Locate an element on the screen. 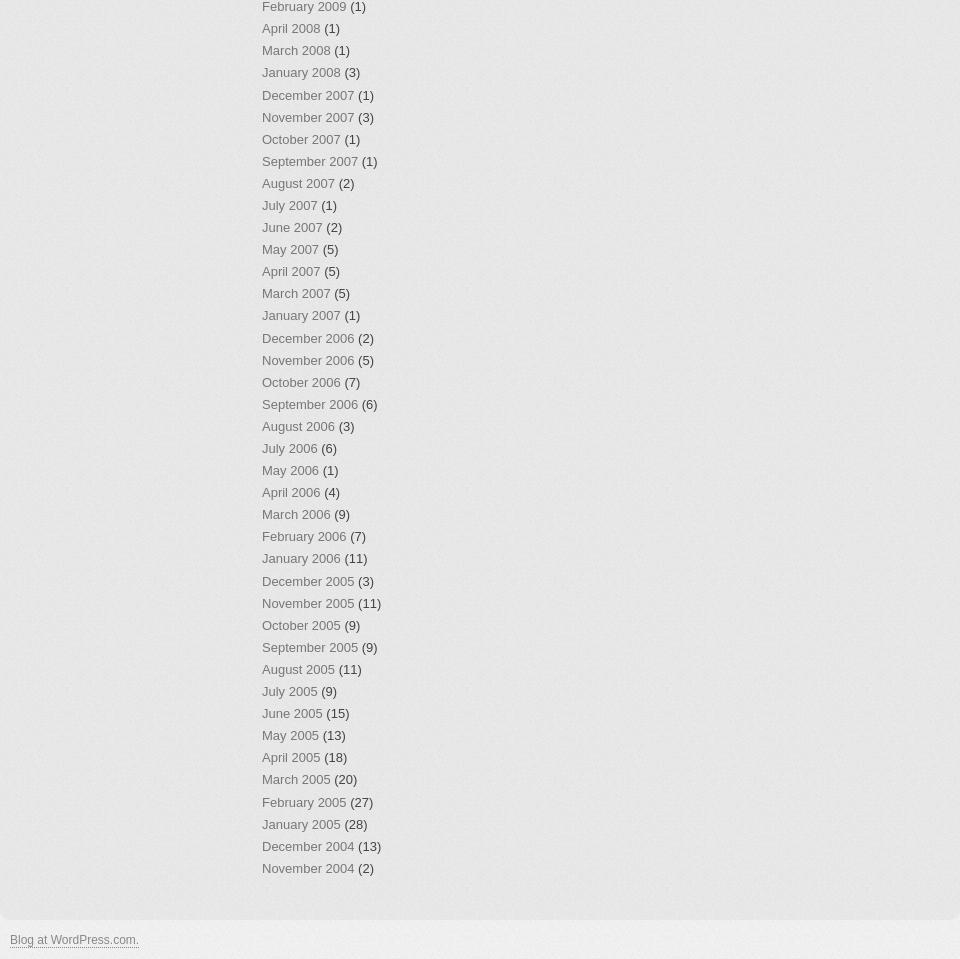 Image resolution: width=960 pixels, height=959 pixels. '(20)' is located at coordinates (343, 779).